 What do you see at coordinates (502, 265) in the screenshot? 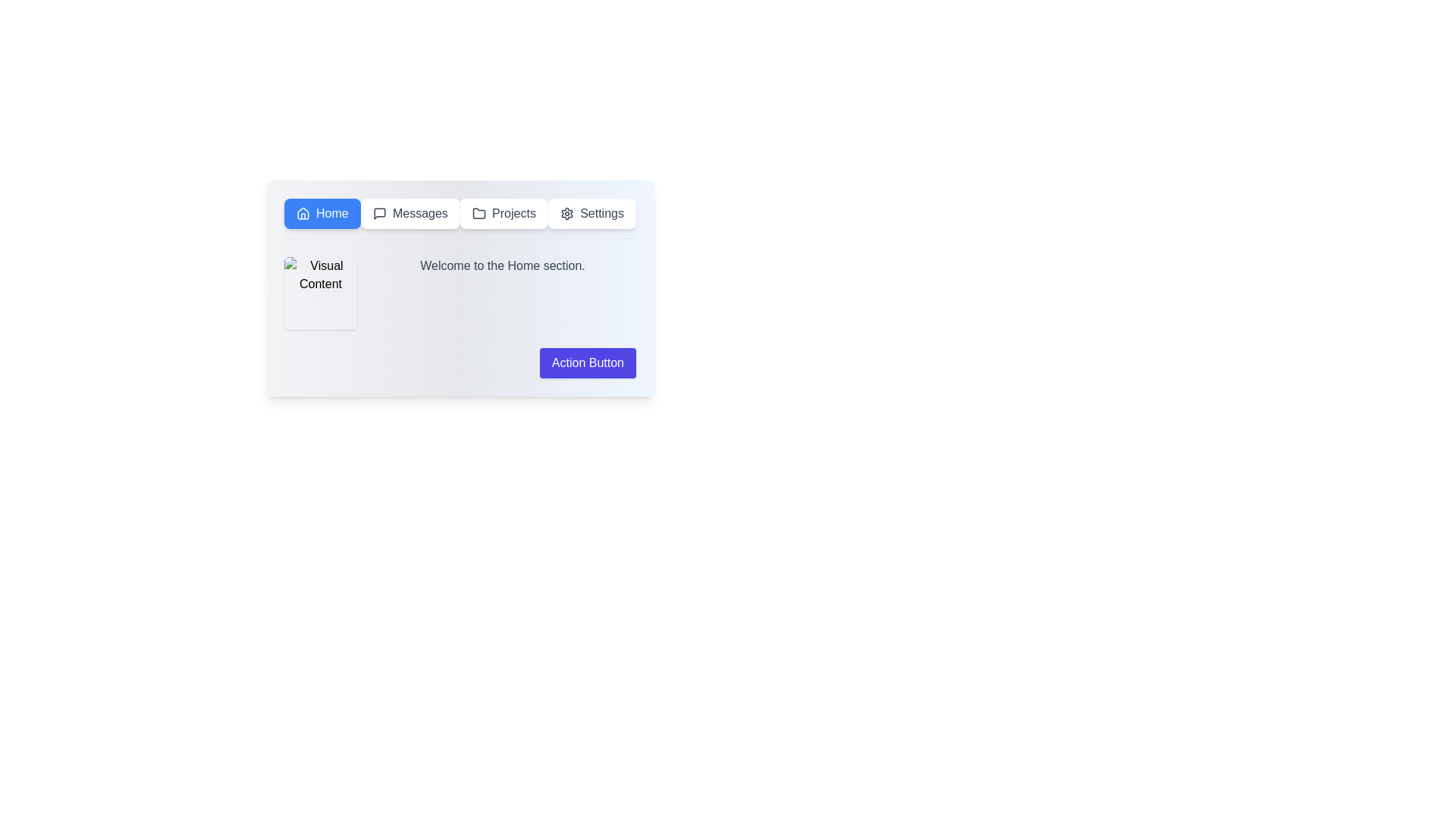
I see `the text label that states 'Welcome to the Home section.', which is styled in gray and positioned to the right of an image labeled 'Visual Content.'` at bounding box center [502, 265].